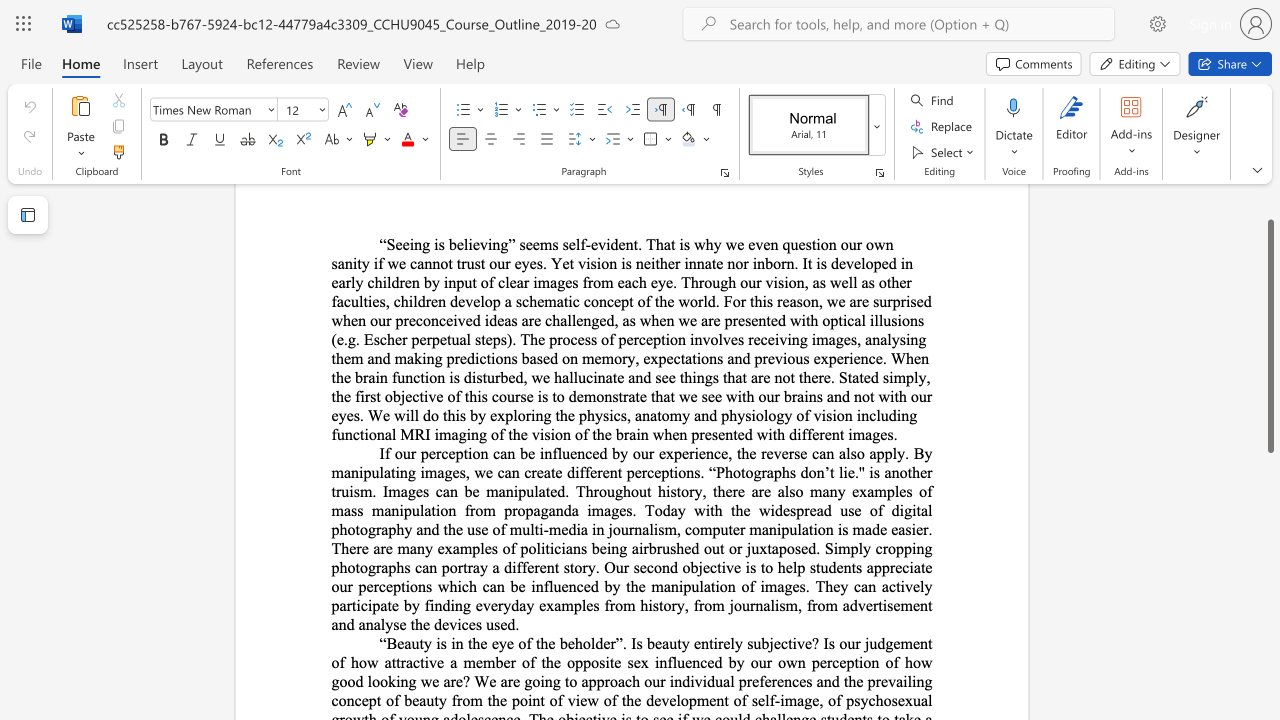  Describe the element at coordinates (1269, 335) in the screenshot. I see `the scrollbar and move up 30 pixels` at that location.